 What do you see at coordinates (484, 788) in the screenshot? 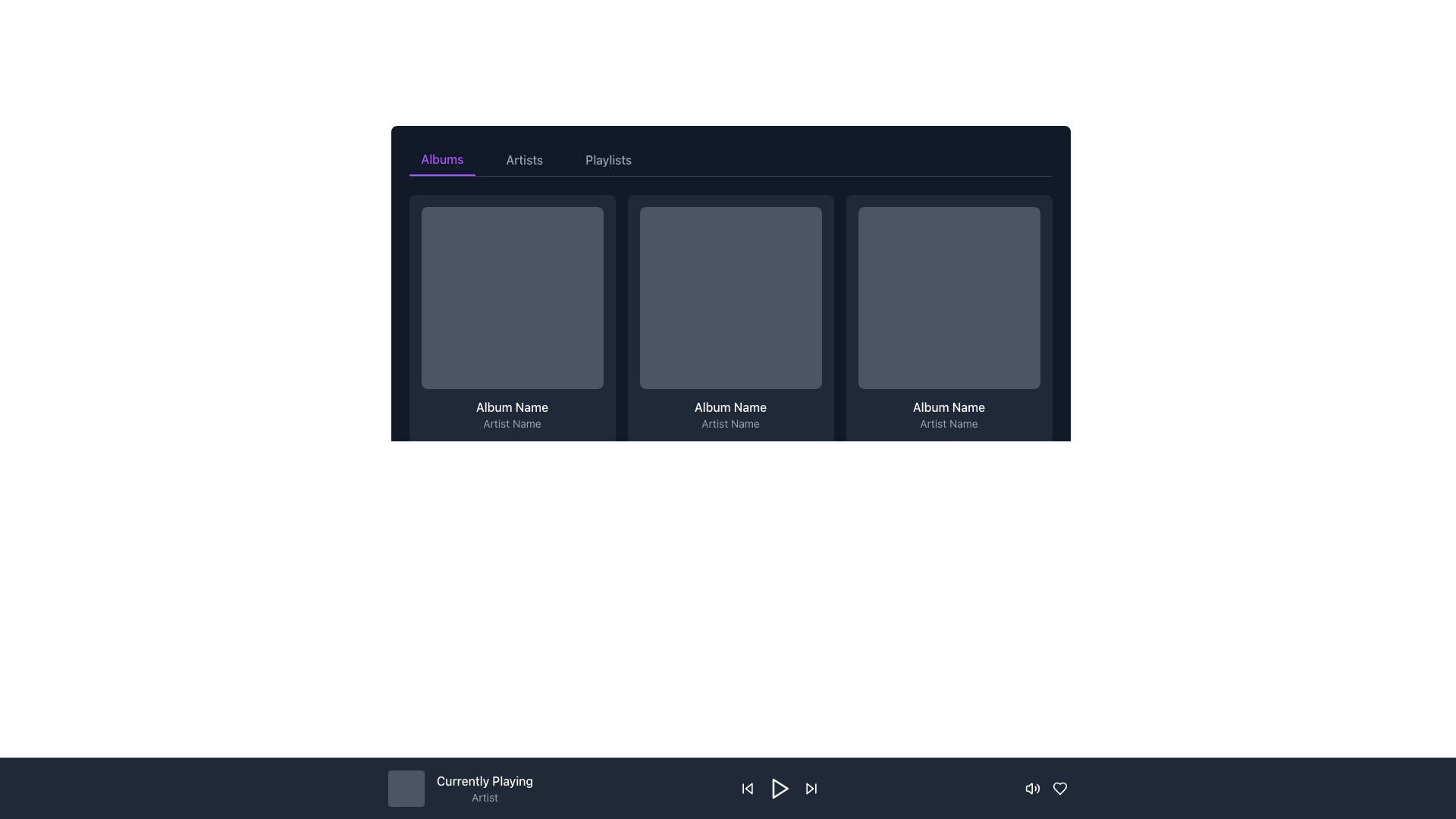
I see `the Text Display that shows 'Currently Playing' and 'Artist', located in the bottom control bar of the interface, centered between a placeholder image and playback controls` at bounding box center [484, 788].